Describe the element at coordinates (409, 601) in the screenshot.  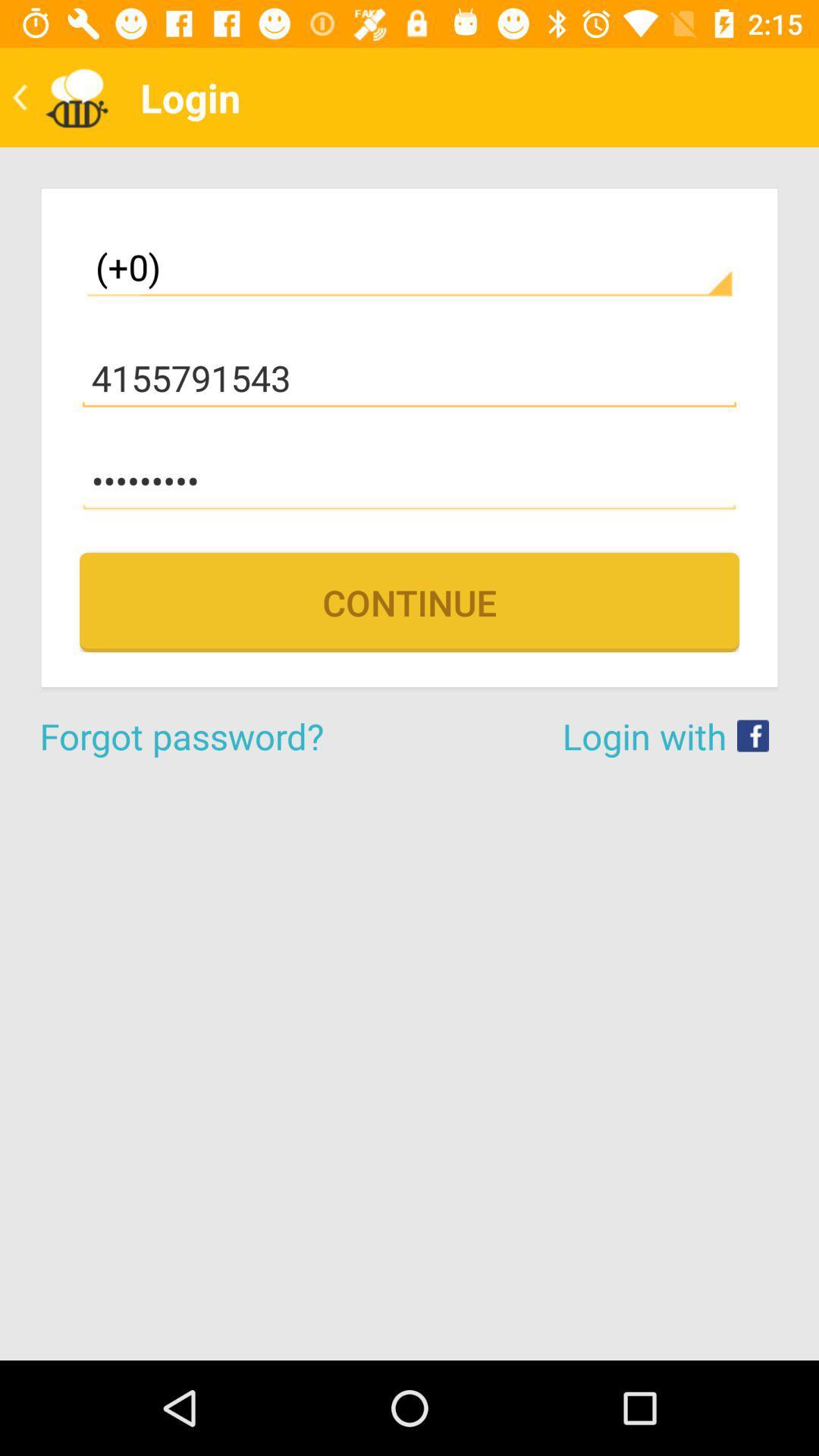
I see `item below the crowd3116 item` at that location.